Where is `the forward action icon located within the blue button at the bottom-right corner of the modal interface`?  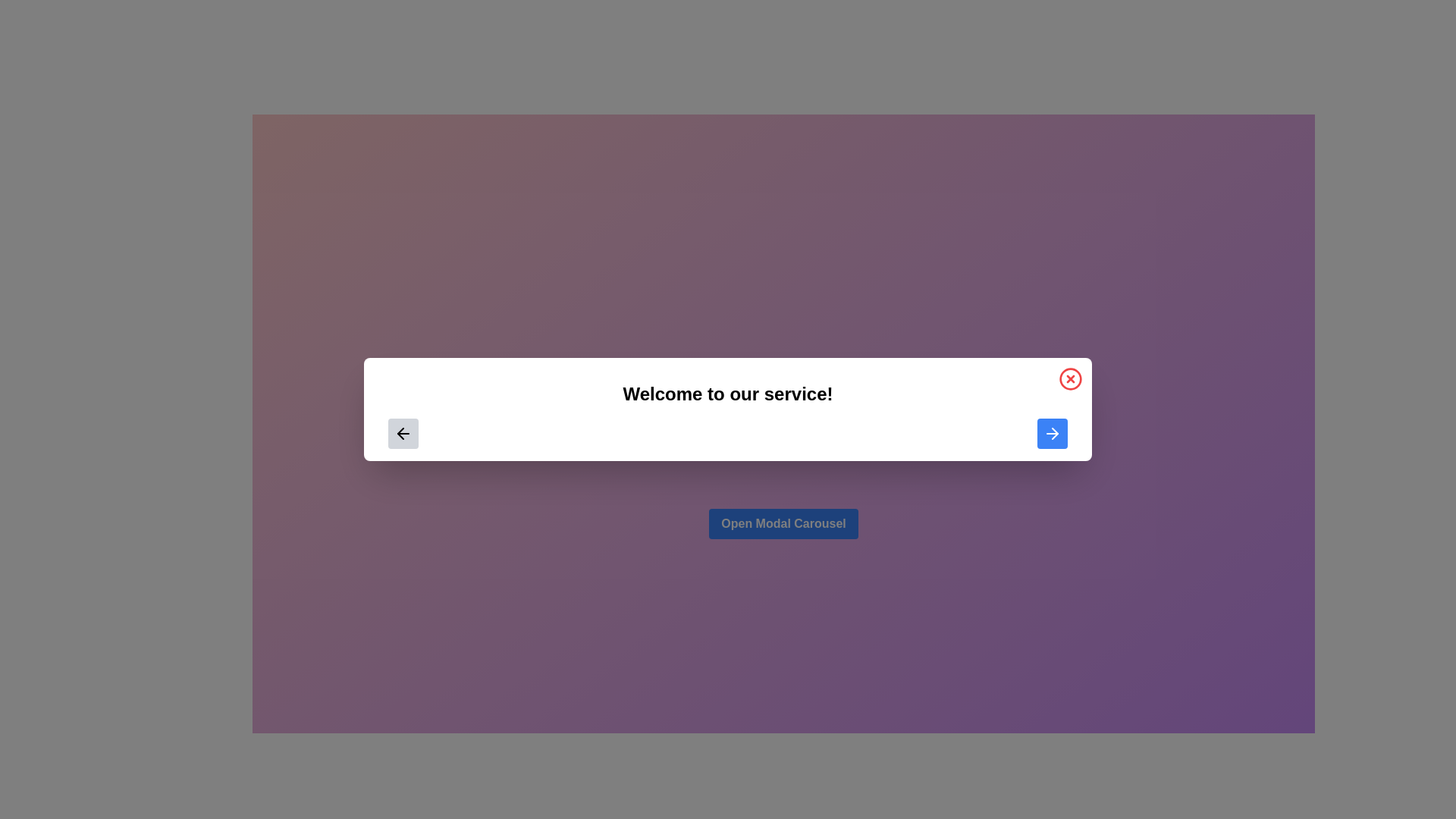 the forward action icon located within the blue button at the bottom-right corner of the modal interface is located at coordinates (1051, 433).